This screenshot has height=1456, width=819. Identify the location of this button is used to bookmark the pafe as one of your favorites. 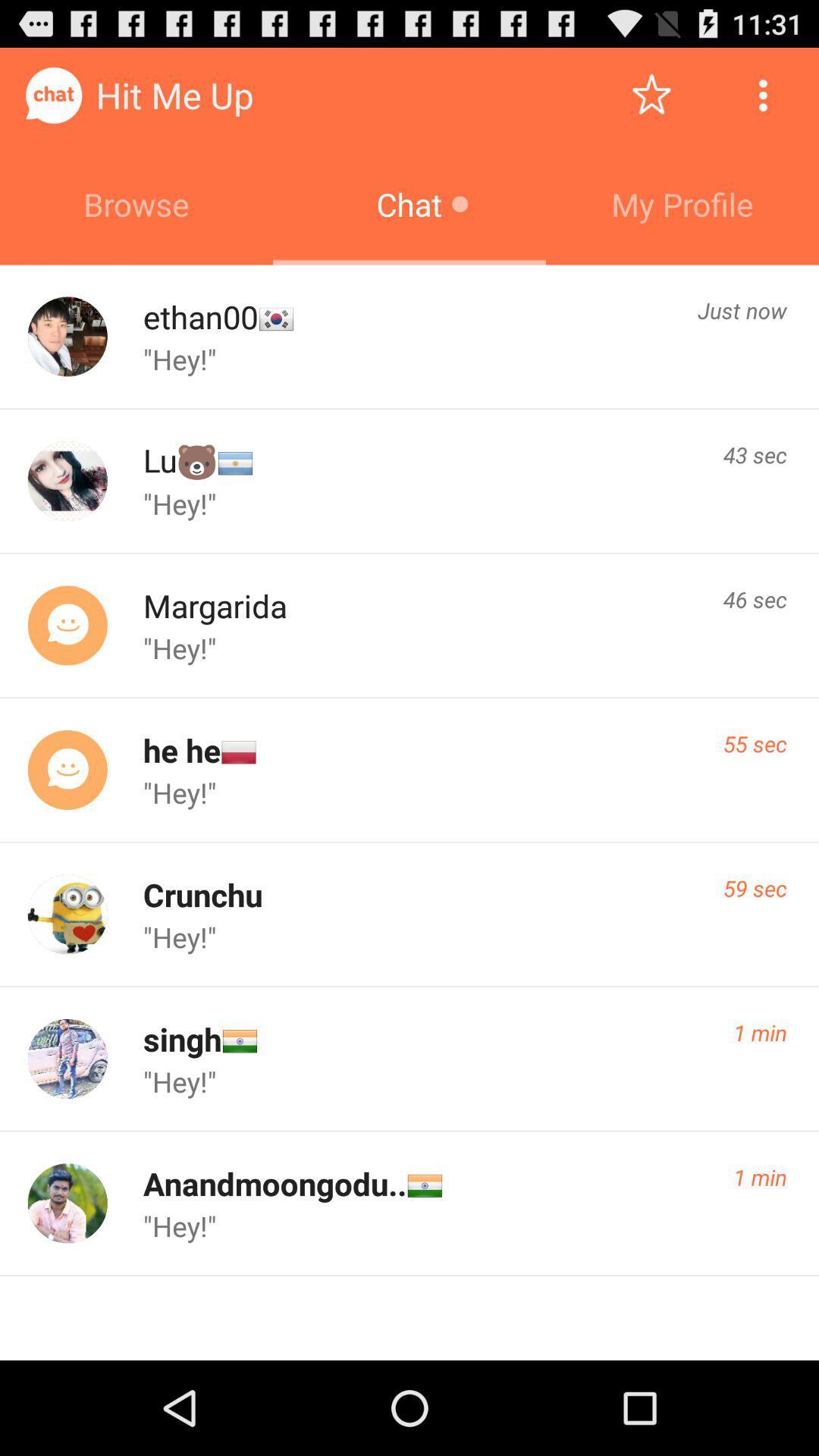
(651, 94).